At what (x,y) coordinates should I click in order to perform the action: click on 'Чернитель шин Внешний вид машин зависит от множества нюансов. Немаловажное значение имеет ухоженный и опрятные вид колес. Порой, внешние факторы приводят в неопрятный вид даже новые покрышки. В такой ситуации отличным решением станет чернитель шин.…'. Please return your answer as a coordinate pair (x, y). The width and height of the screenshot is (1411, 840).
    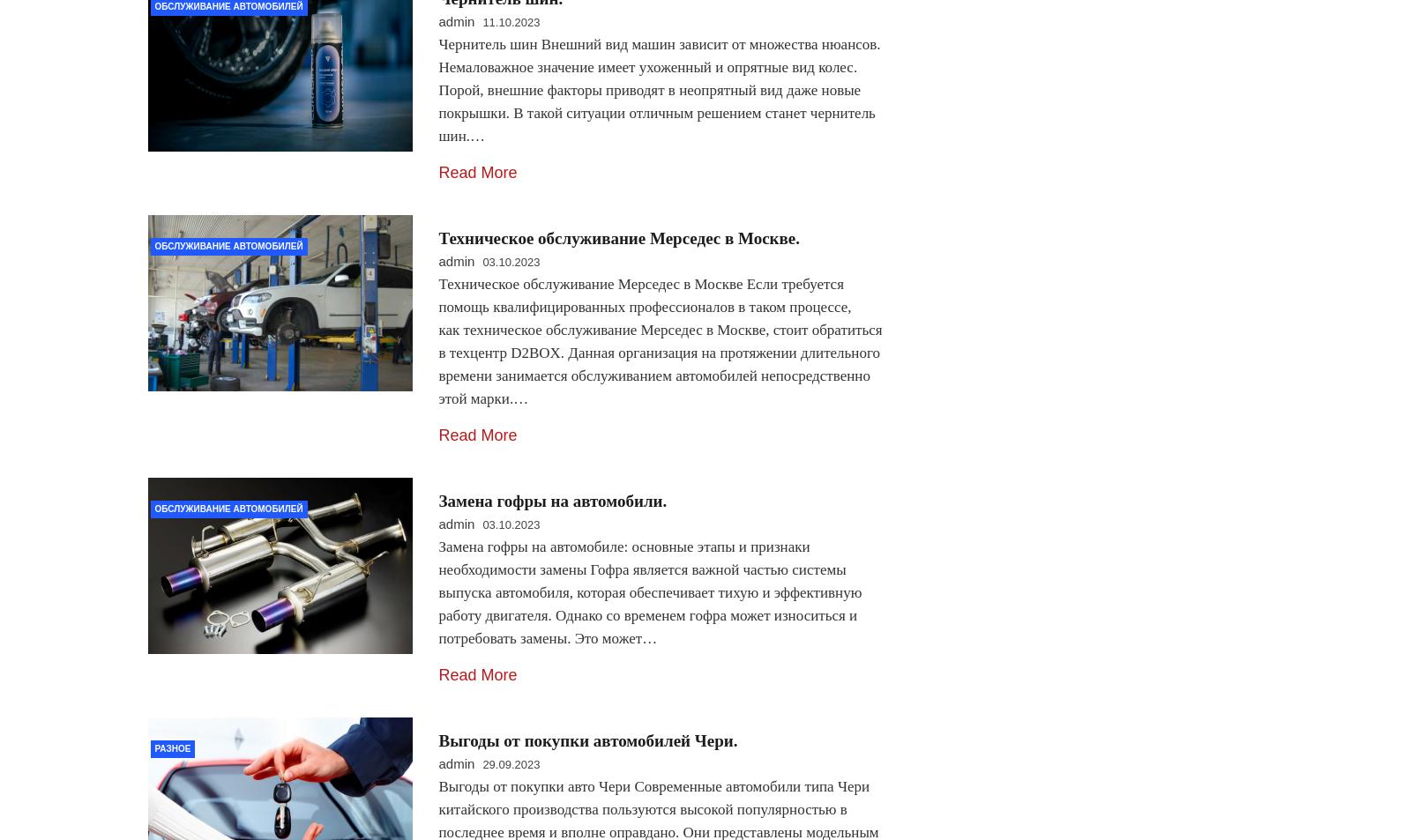
    Looking at the image, I should click on (659, 89).